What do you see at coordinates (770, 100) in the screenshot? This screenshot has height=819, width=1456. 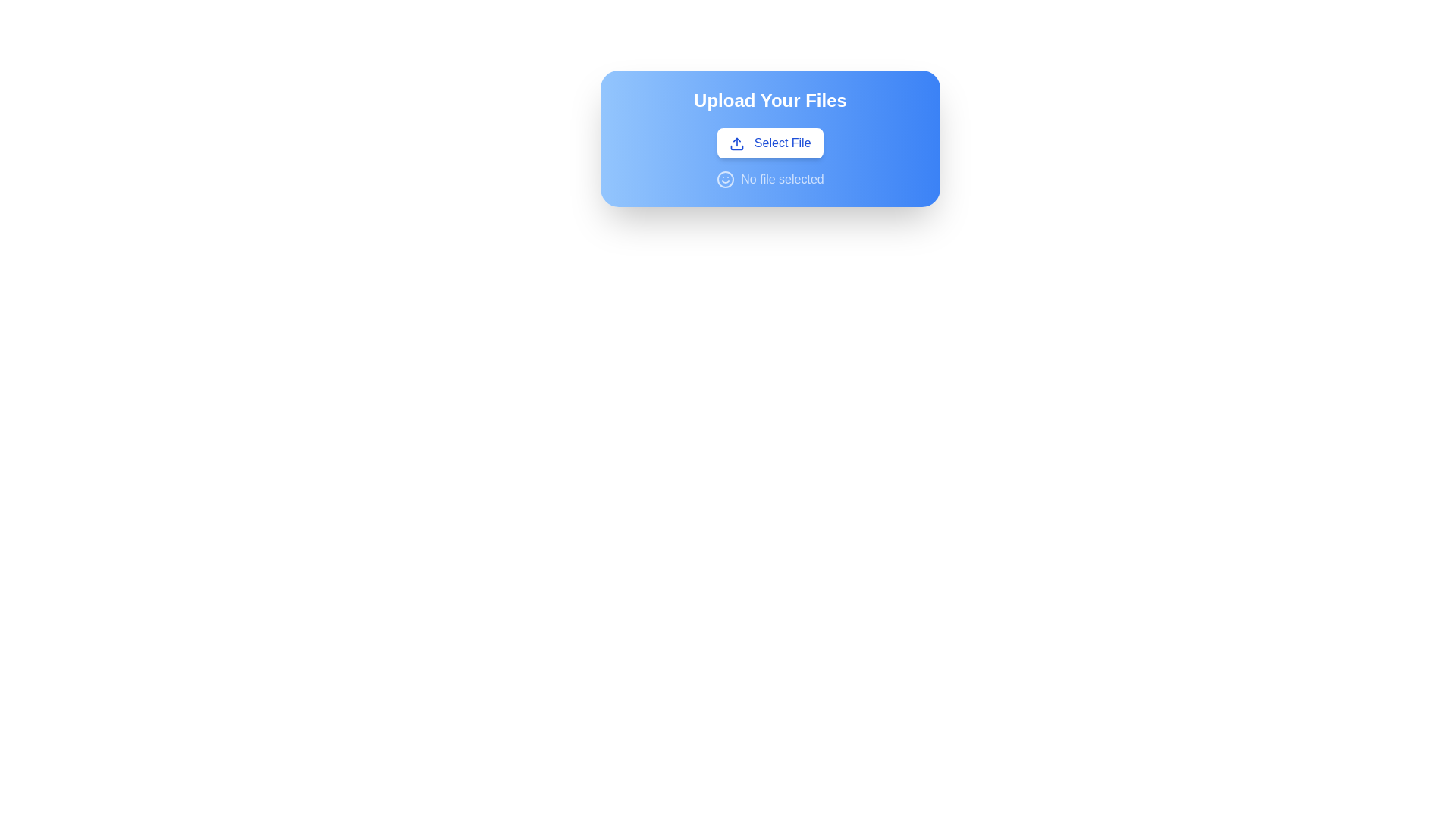 I see `text from the Header/Title element displaying 'Upload Your Files', which is styled in bold and extra-large font against a gradient blue background` at bounding box center [770, 100].